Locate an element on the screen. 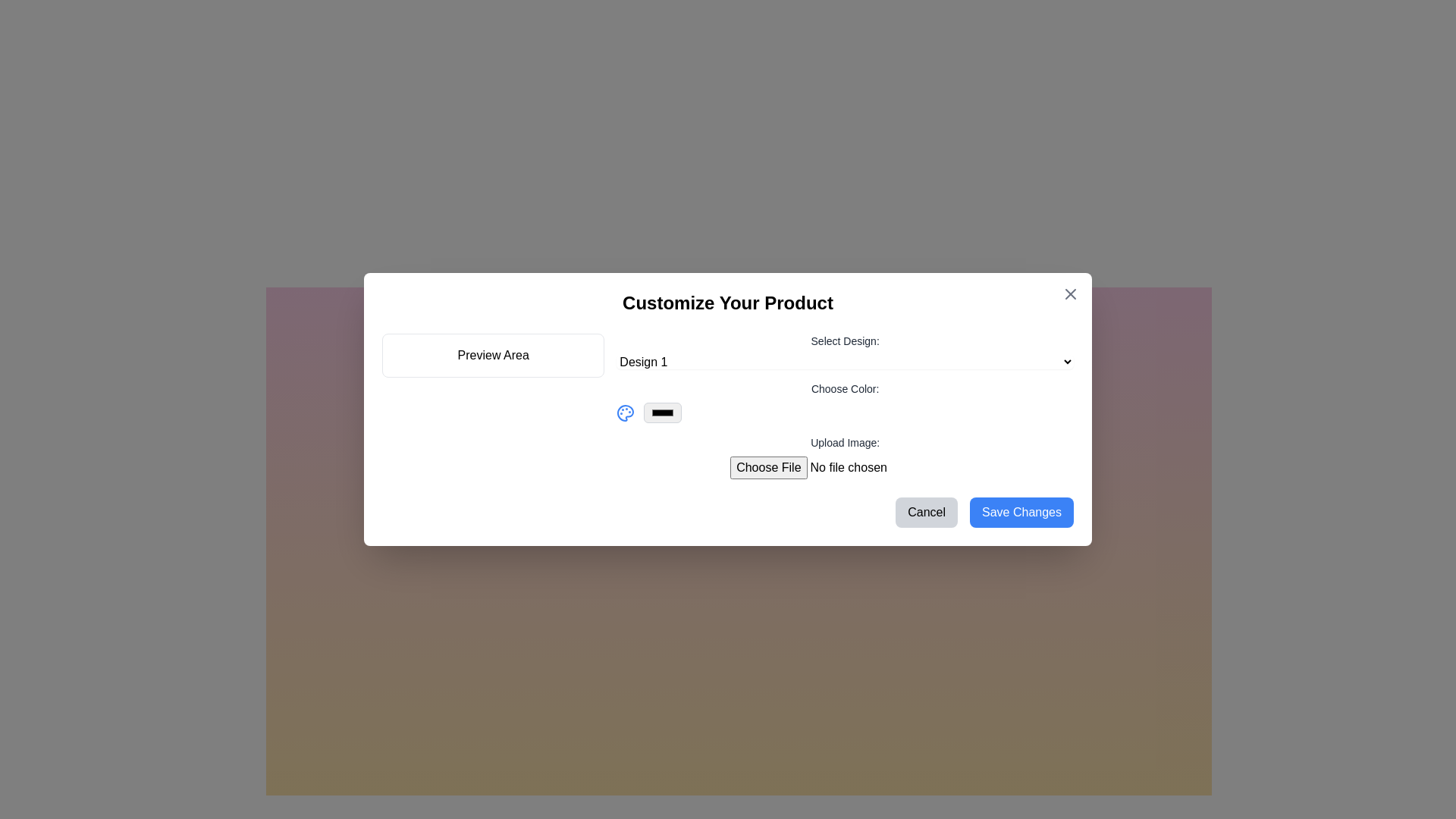 The width and height of the screenshot is (1456, 819). the decorative icon located in the 'Choose Color' section of the 'Customize Your Product' modal, which is positioned directly to the left of the color selection box is located at coordinates (626, 413).